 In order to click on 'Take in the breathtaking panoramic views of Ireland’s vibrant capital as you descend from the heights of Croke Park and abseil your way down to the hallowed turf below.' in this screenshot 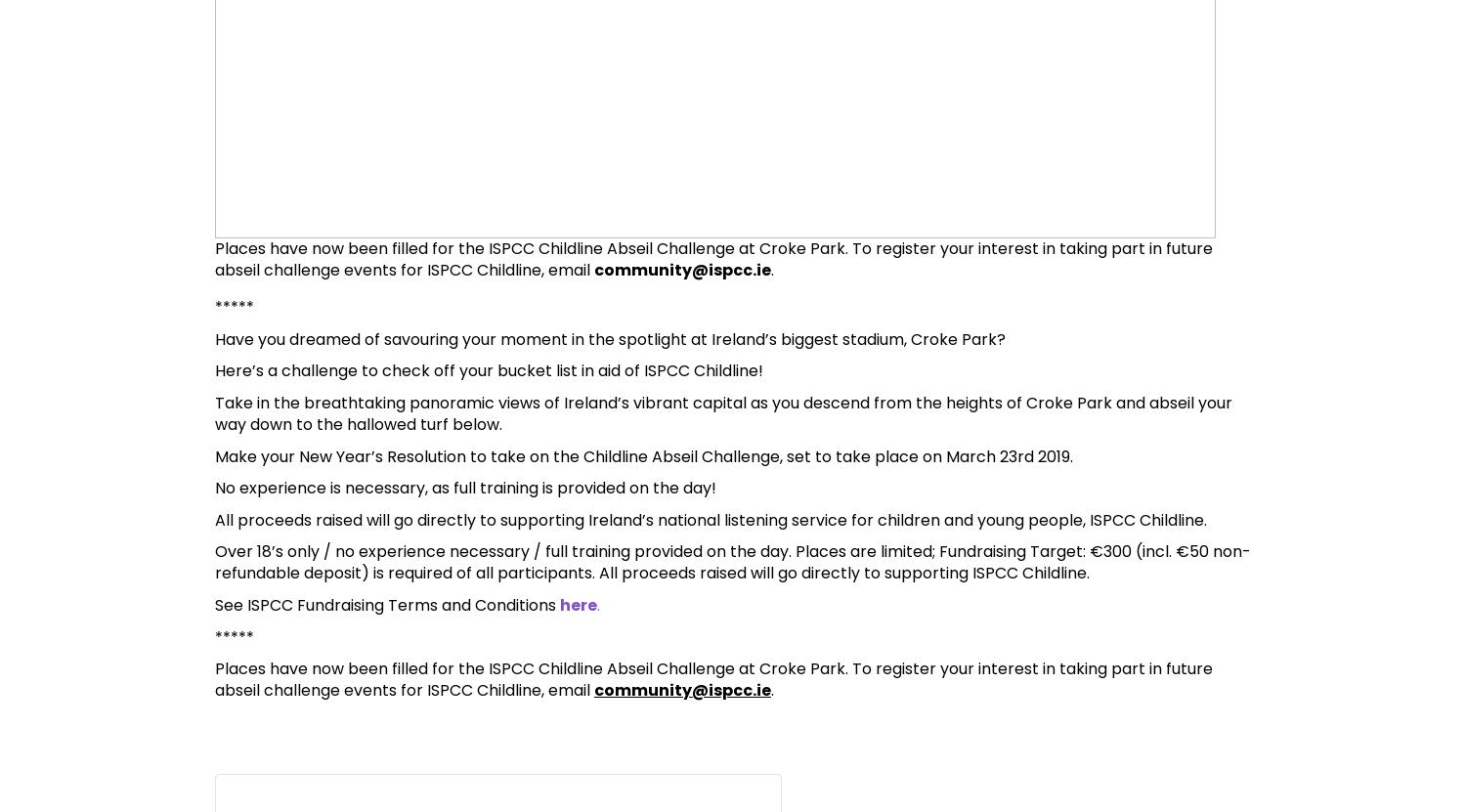, I will do `click(722, 411)`.